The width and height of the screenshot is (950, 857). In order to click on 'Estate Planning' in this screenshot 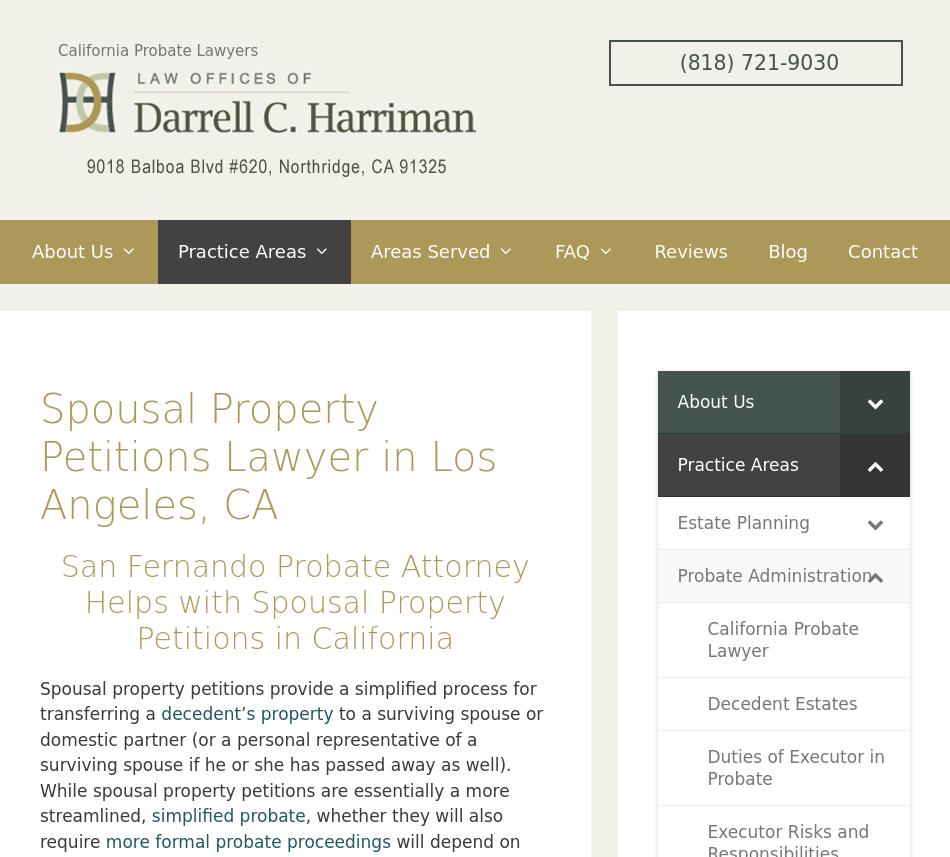, I will do `click(741, 520)`.